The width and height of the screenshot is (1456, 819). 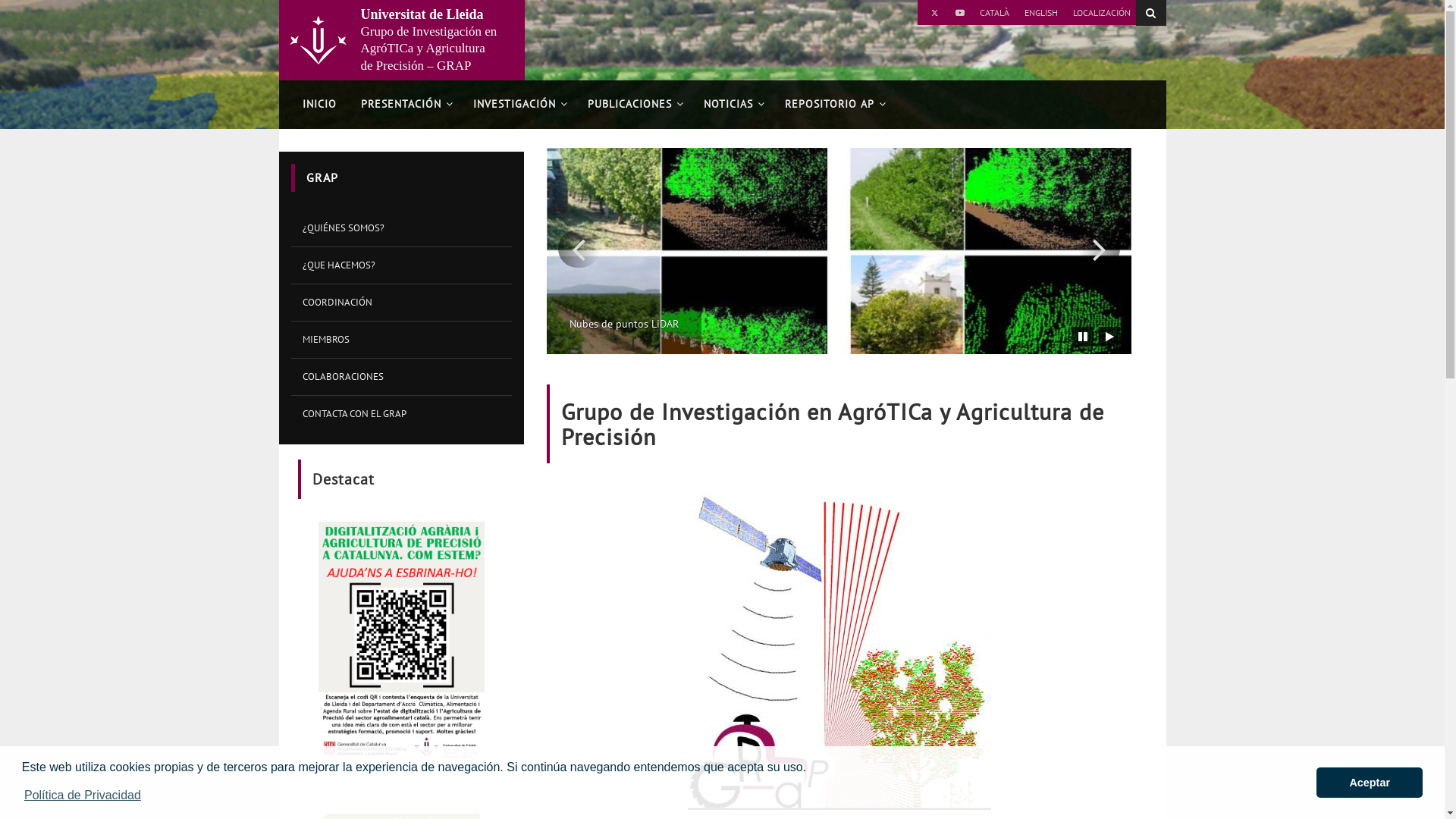 I want to click on 'CONTACTA CON EL GRAP', so click(x=401, y=413).